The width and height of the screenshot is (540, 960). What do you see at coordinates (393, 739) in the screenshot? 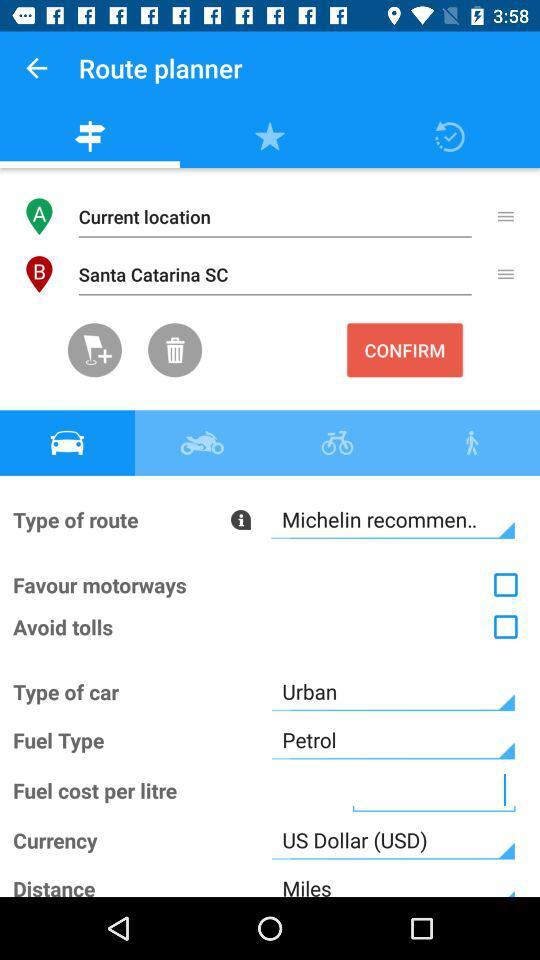
I see `the text field beside fuel type` at bounding box center [393, 739].